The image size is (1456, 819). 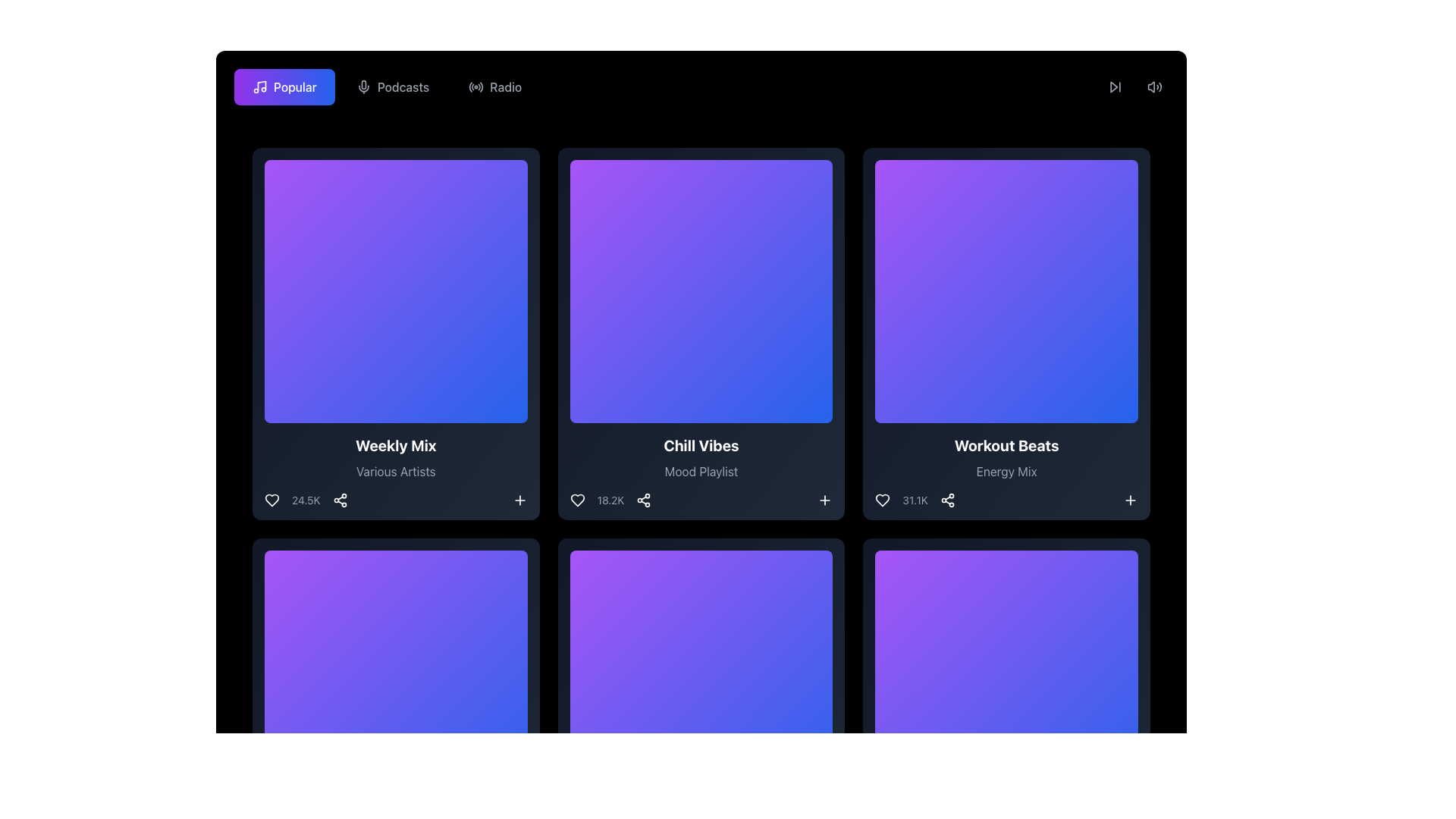 What do you see at coordinates (946, 500) in the screenshot?
I see `the share button located` at bounding box center [946, 500].